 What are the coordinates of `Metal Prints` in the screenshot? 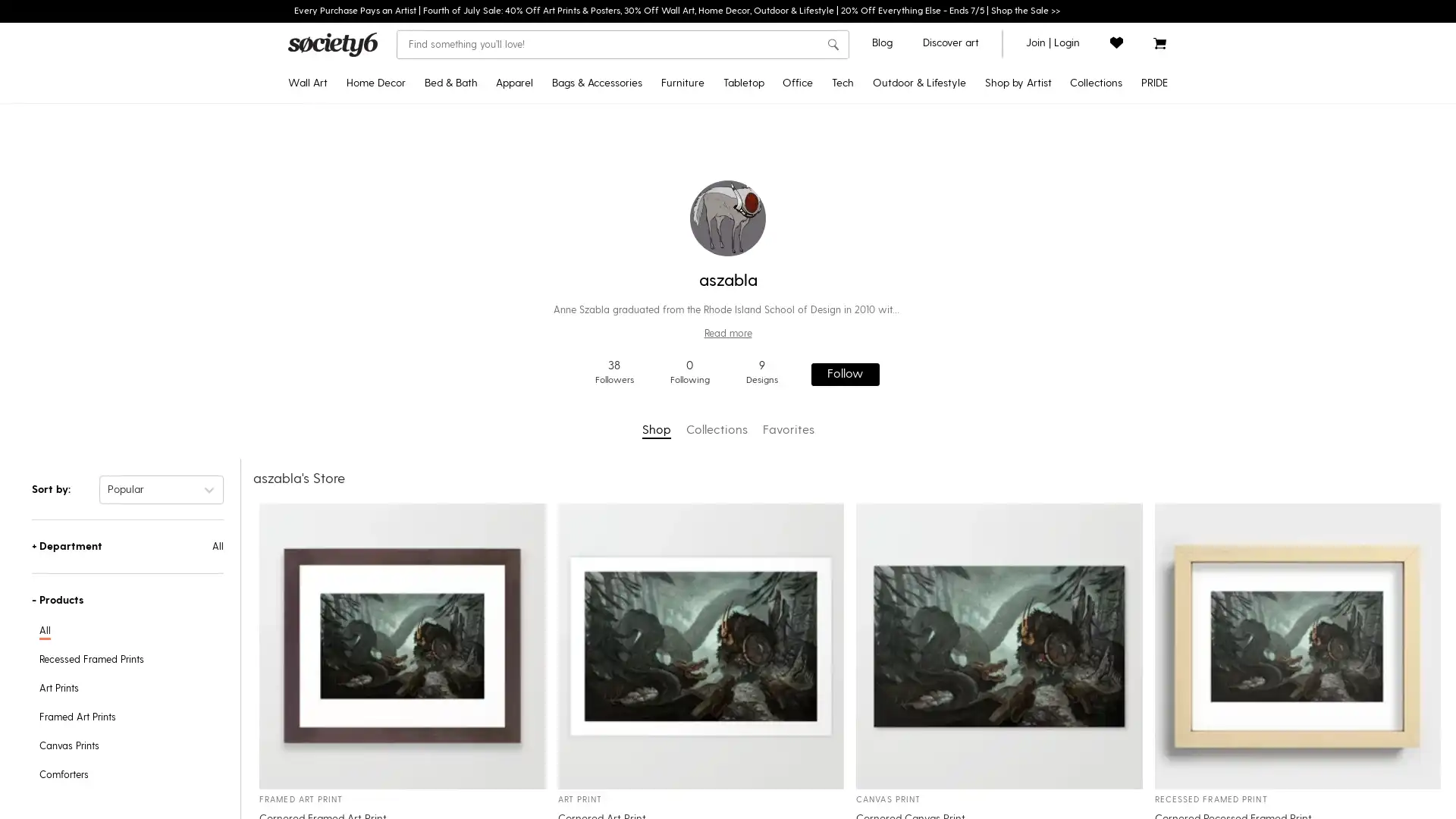 It's located at (356, 315).